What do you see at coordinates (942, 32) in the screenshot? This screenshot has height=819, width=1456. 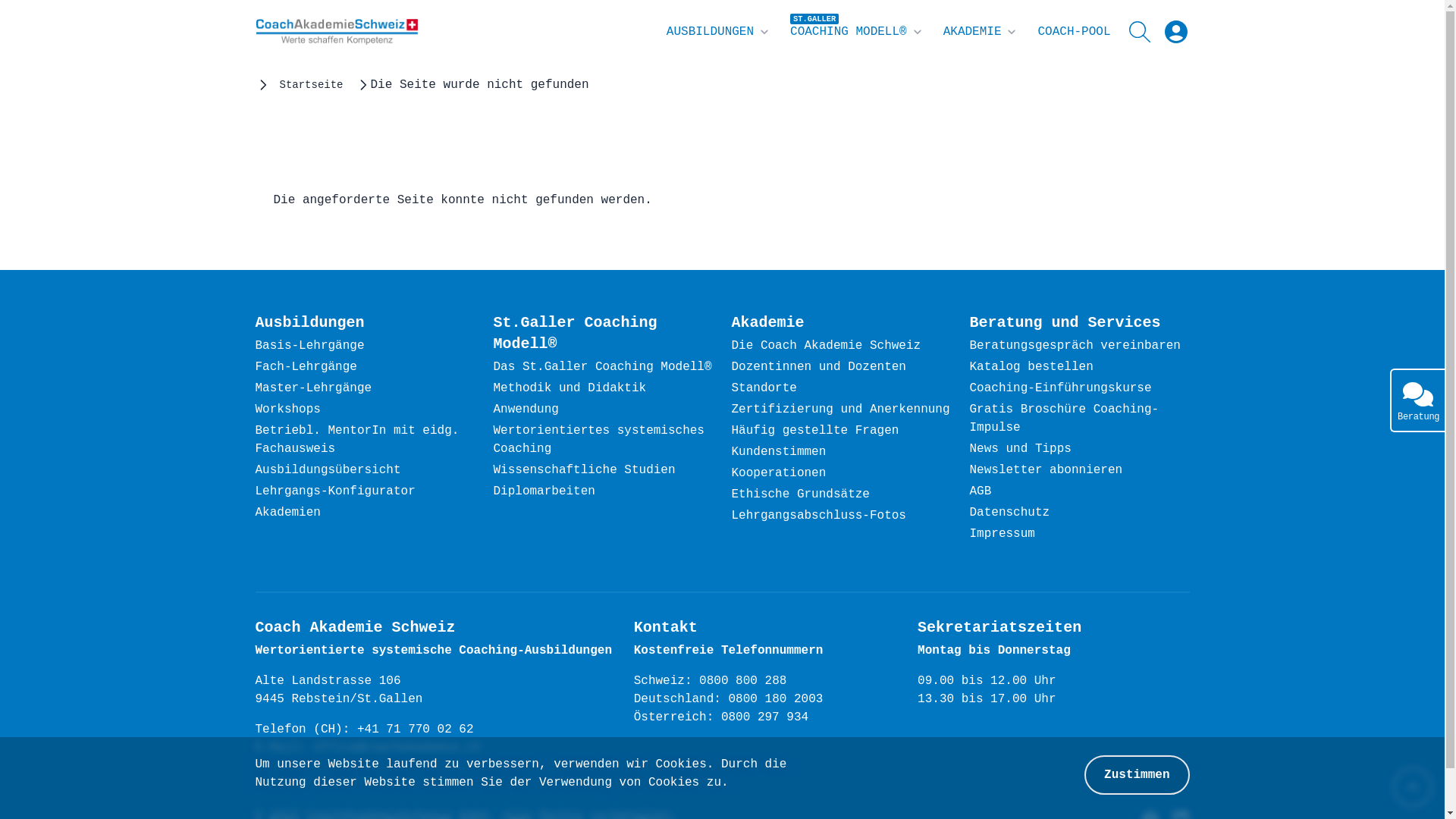 I see `'AKADEMIE'` at bounding box center [942, 32].